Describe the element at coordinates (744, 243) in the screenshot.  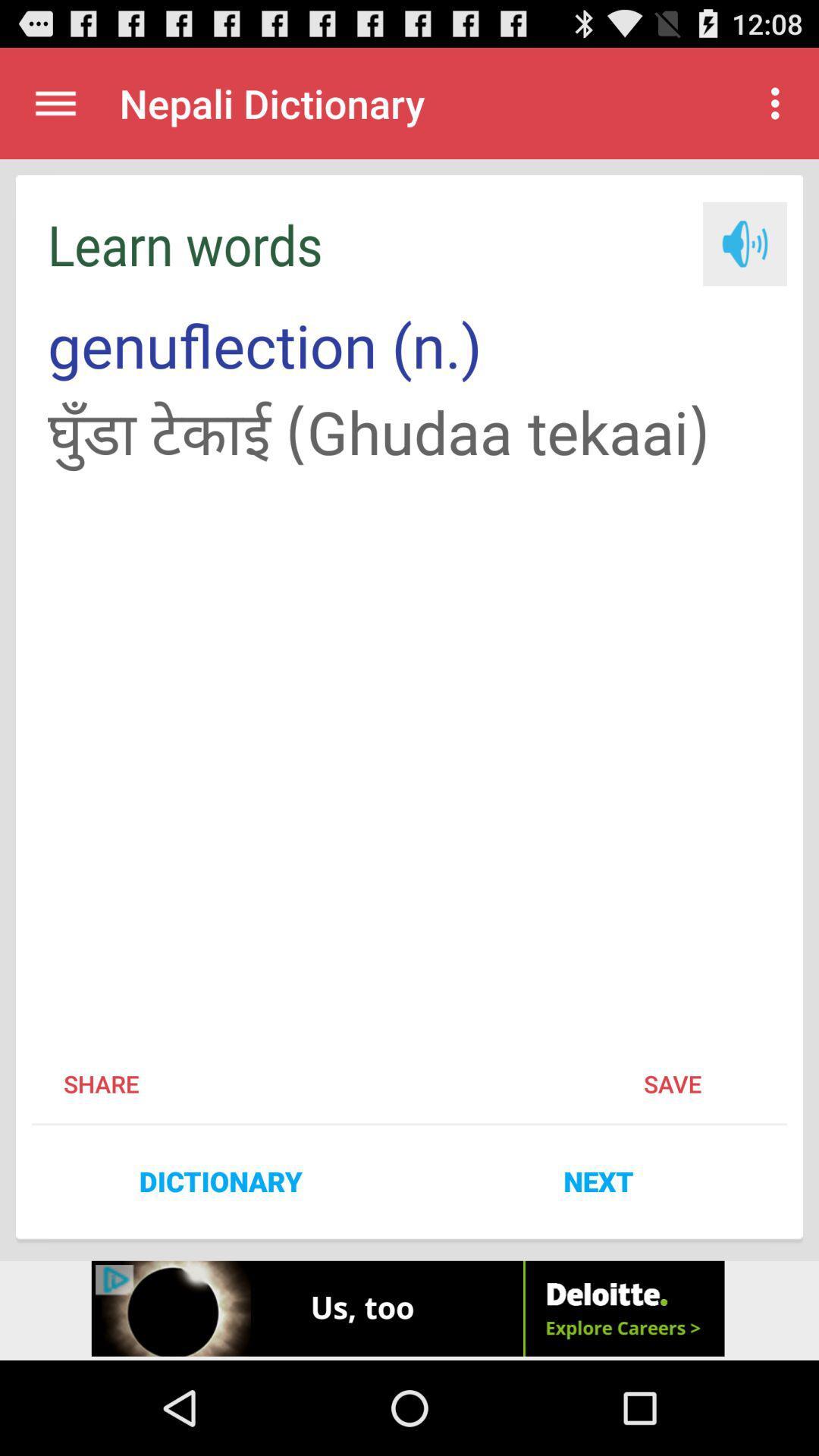
I see `speaker option` at that location.